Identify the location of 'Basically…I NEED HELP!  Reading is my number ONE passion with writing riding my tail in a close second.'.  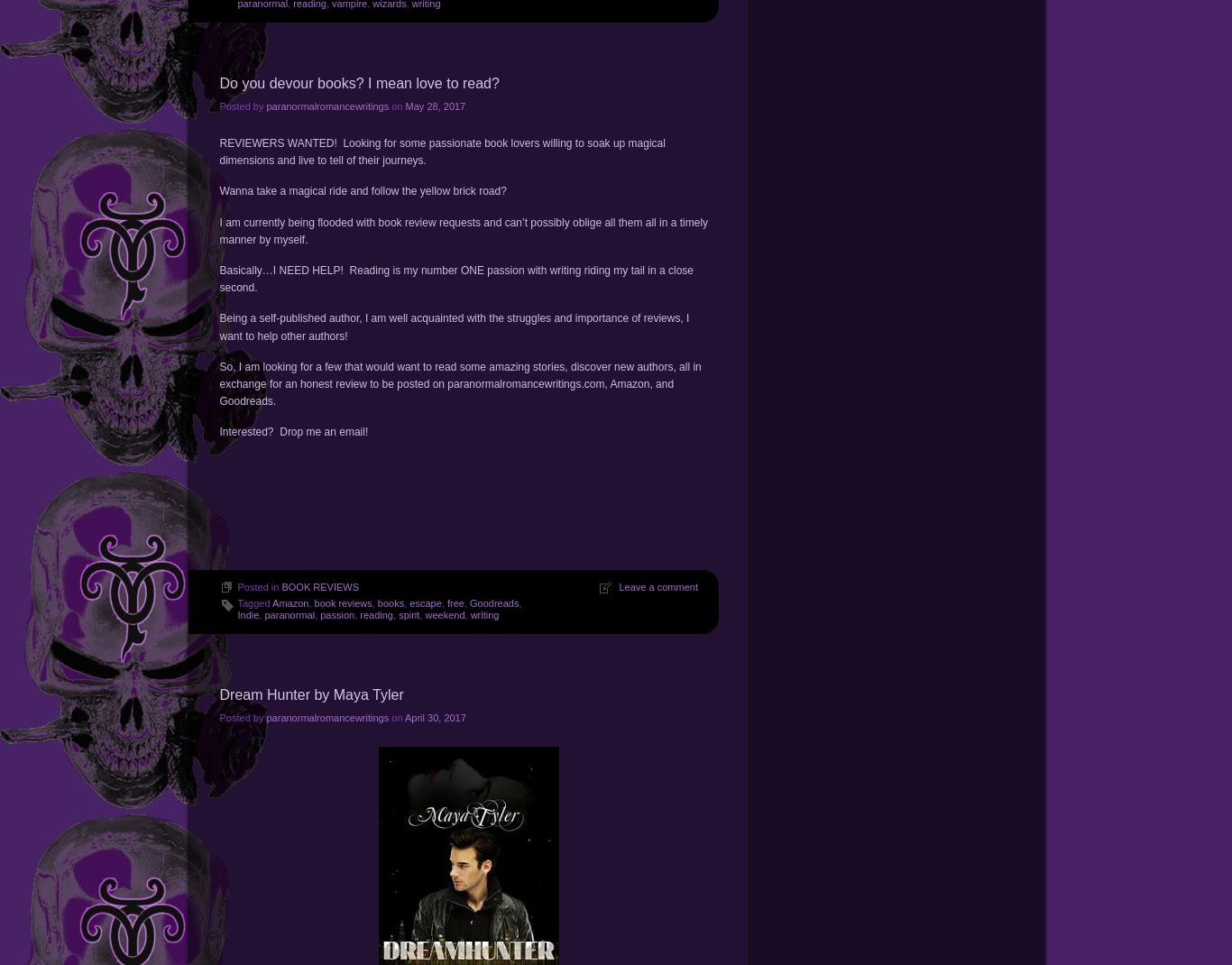
(455, 279).